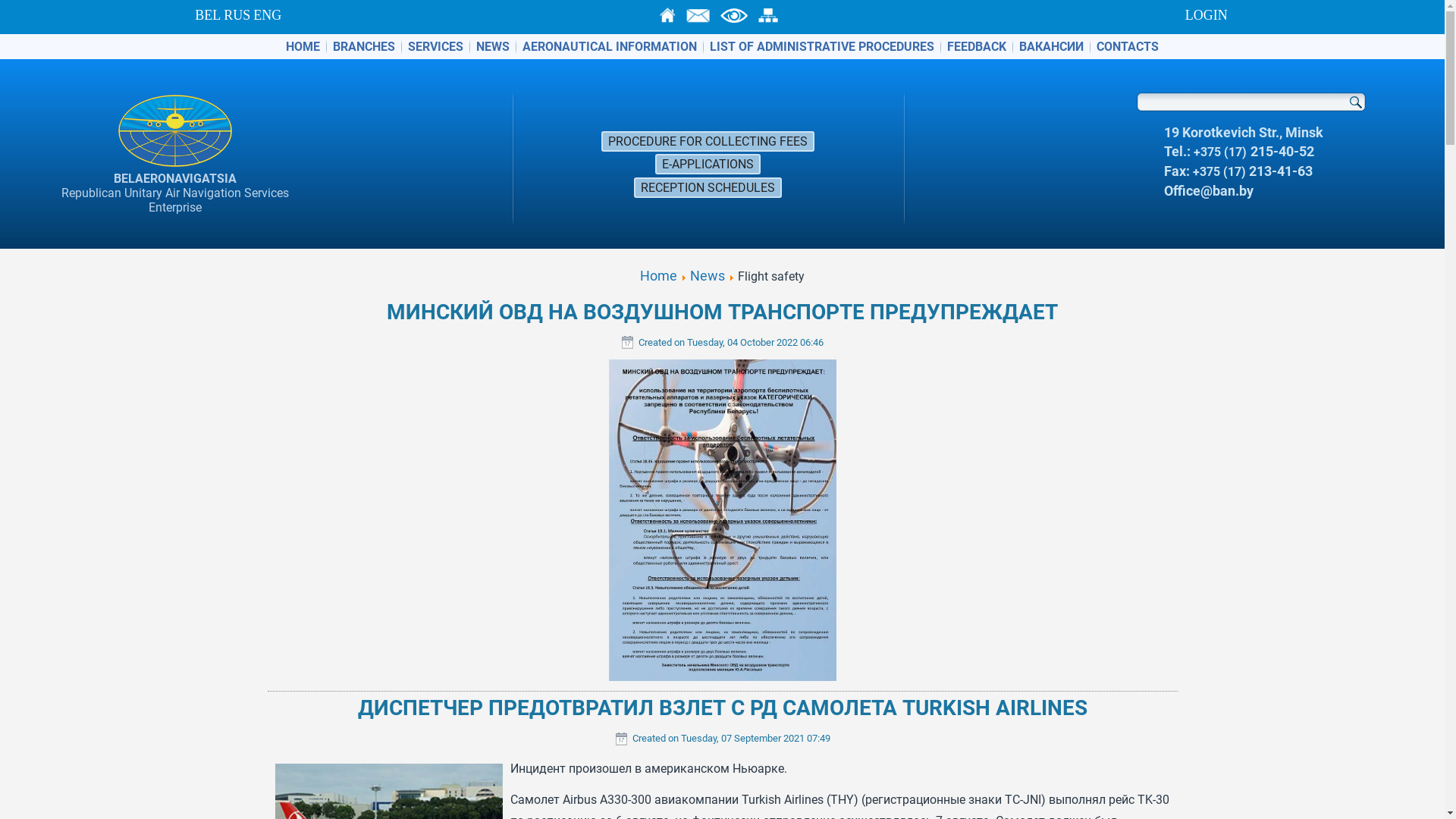  What do you see at coordinates (206, 14) in the screenshot?
I see `'BEL'` at bounding box center [206, 14].